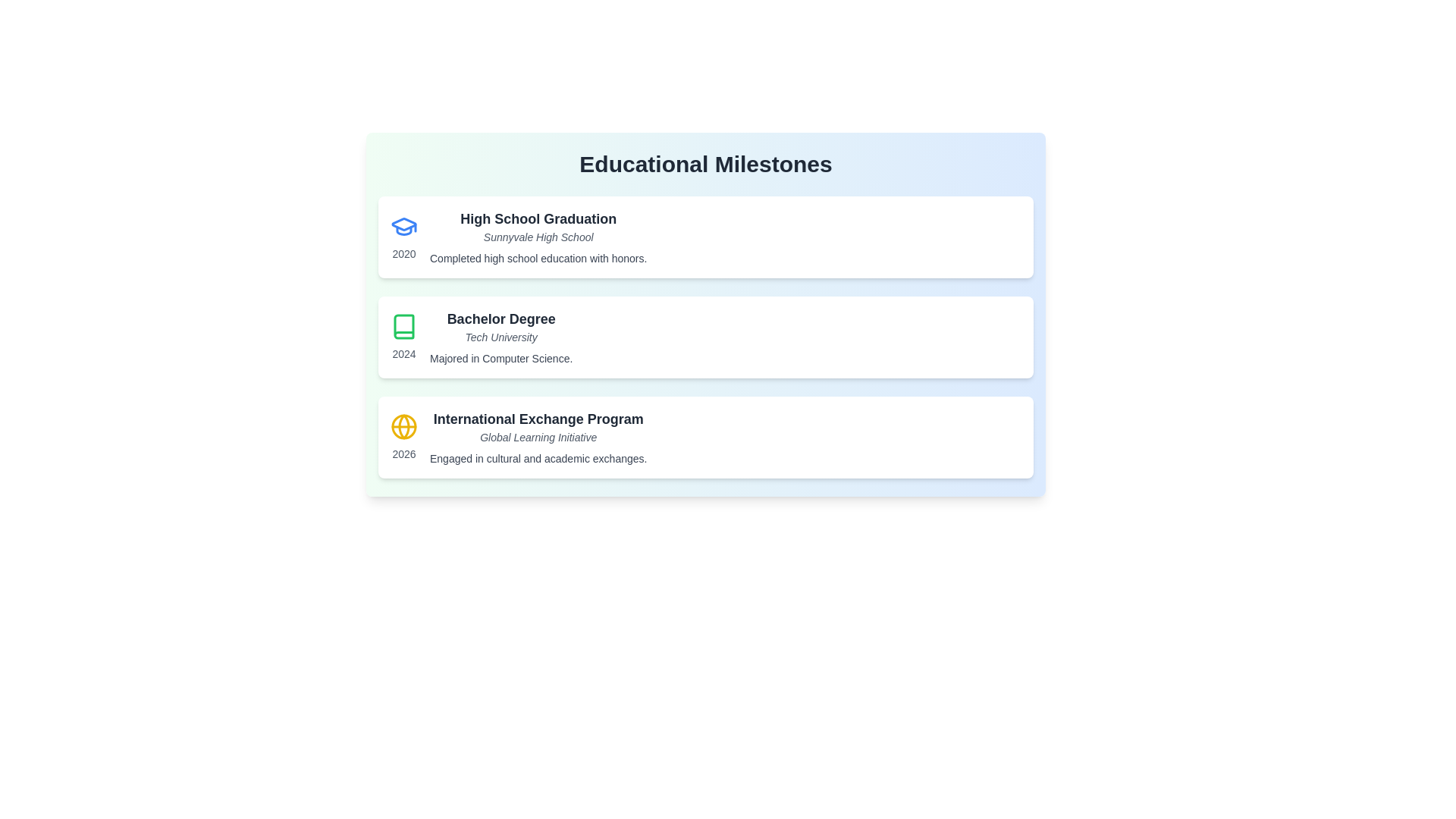 This screenshot has height=819, width=1456. I want to click on the educational milestone card displaying a bachelor's degree in computer science from Tech University, located between 'High School Graduation' and 'International Exchange Program', so click(705, 336).